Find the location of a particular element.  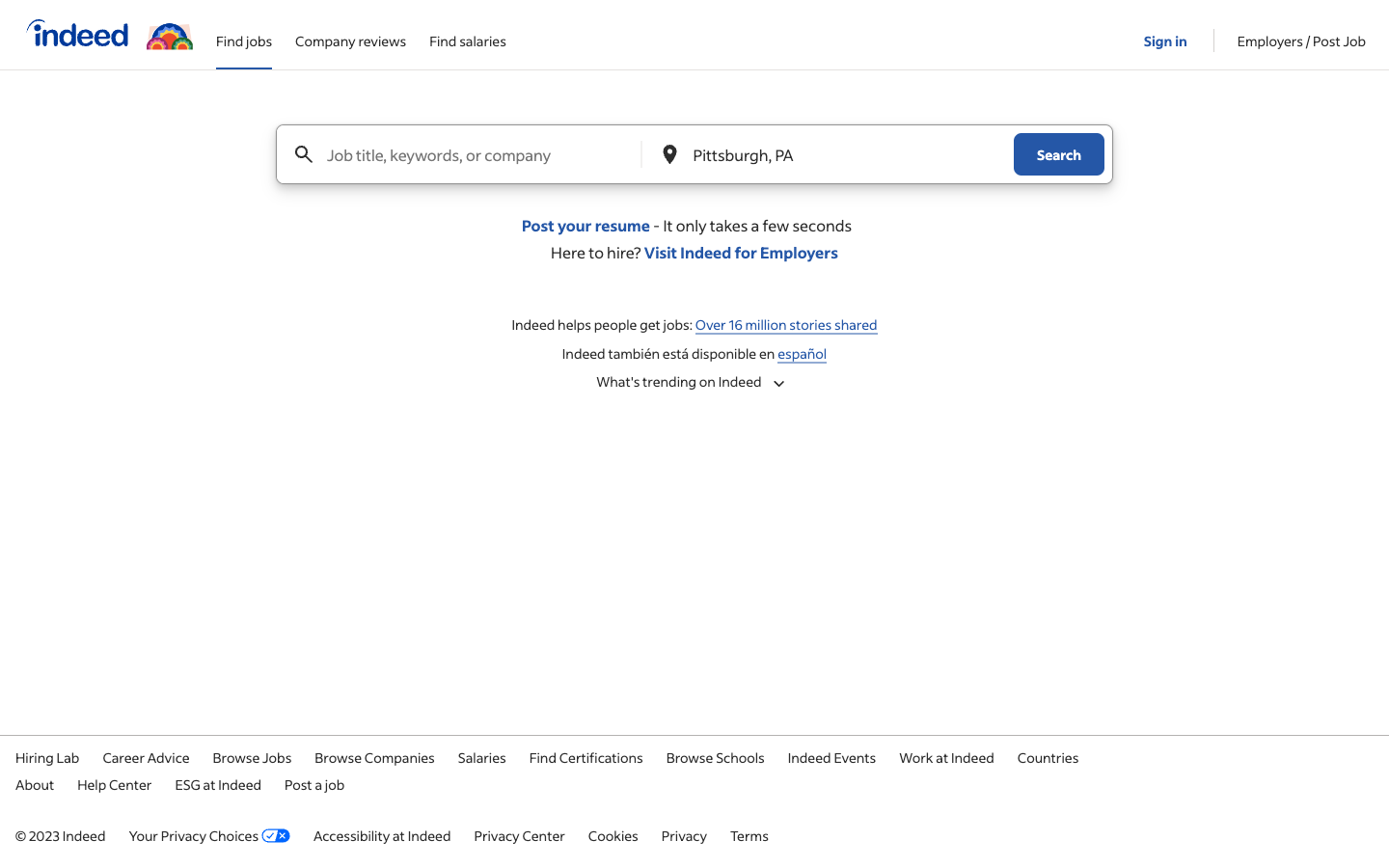

Read the terms of the page is located at coordinates (749, 834).